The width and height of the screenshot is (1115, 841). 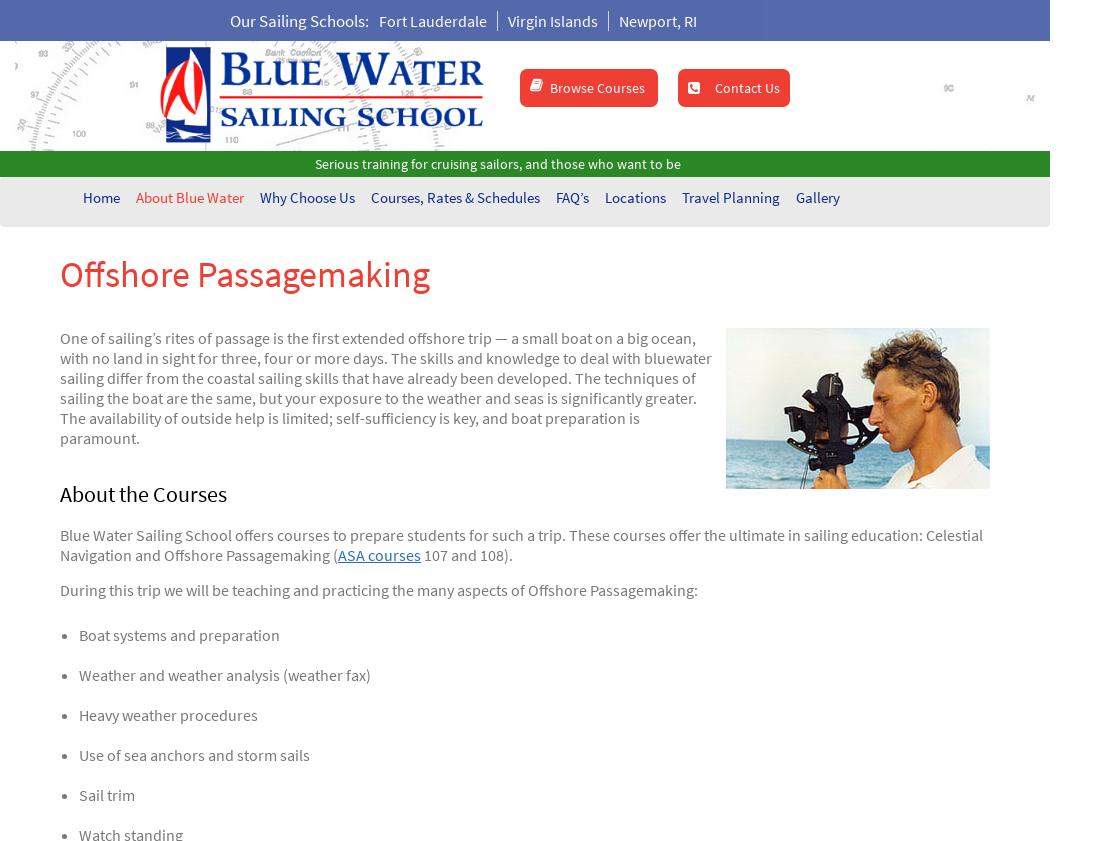 I want to click on 'Sail trim', so click(x=107, y=794).